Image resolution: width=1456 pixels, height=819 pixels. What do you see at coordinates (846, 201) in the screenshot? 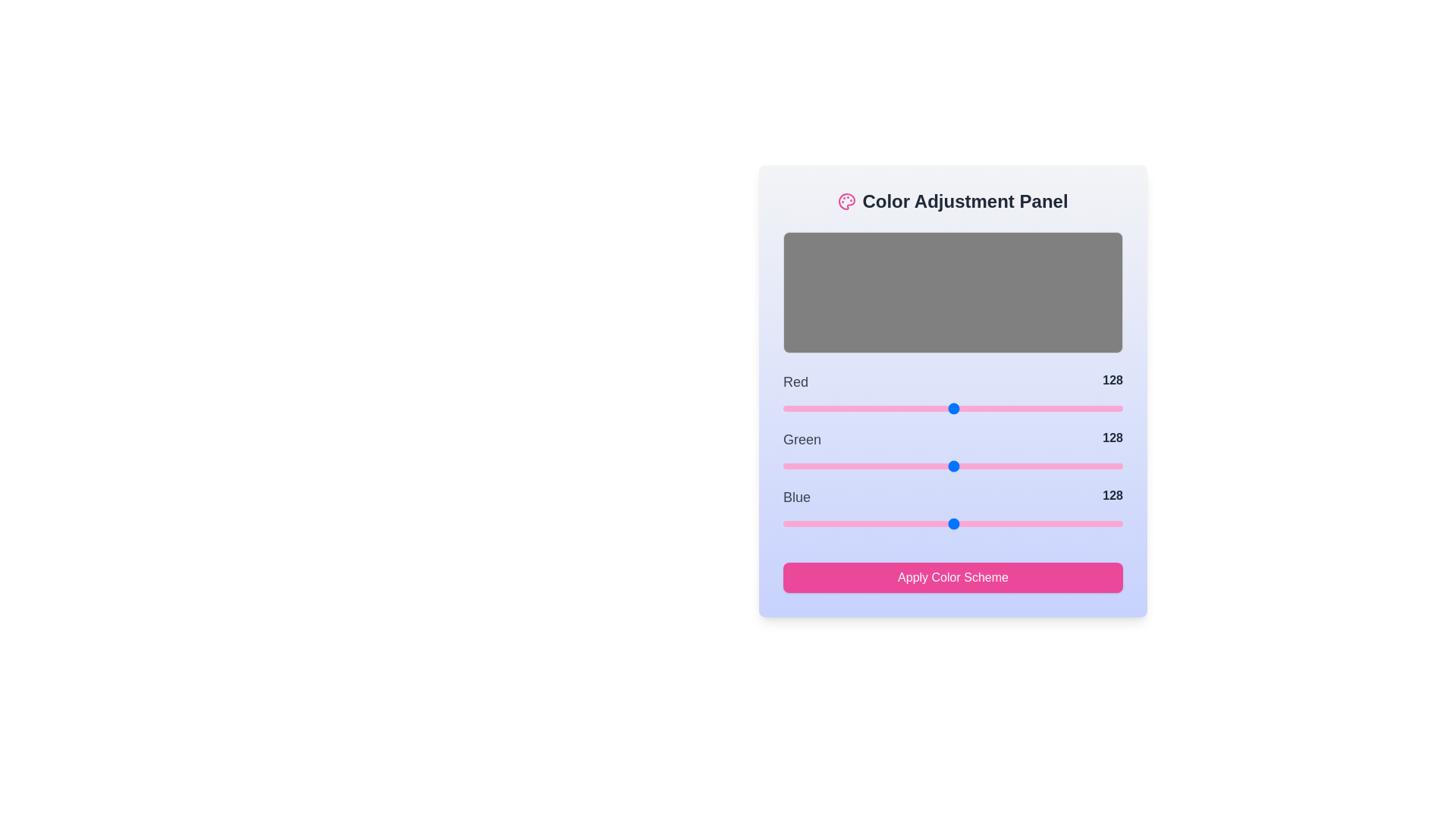
I see `the header icon to open additional options` at bounding box center [846, 201].